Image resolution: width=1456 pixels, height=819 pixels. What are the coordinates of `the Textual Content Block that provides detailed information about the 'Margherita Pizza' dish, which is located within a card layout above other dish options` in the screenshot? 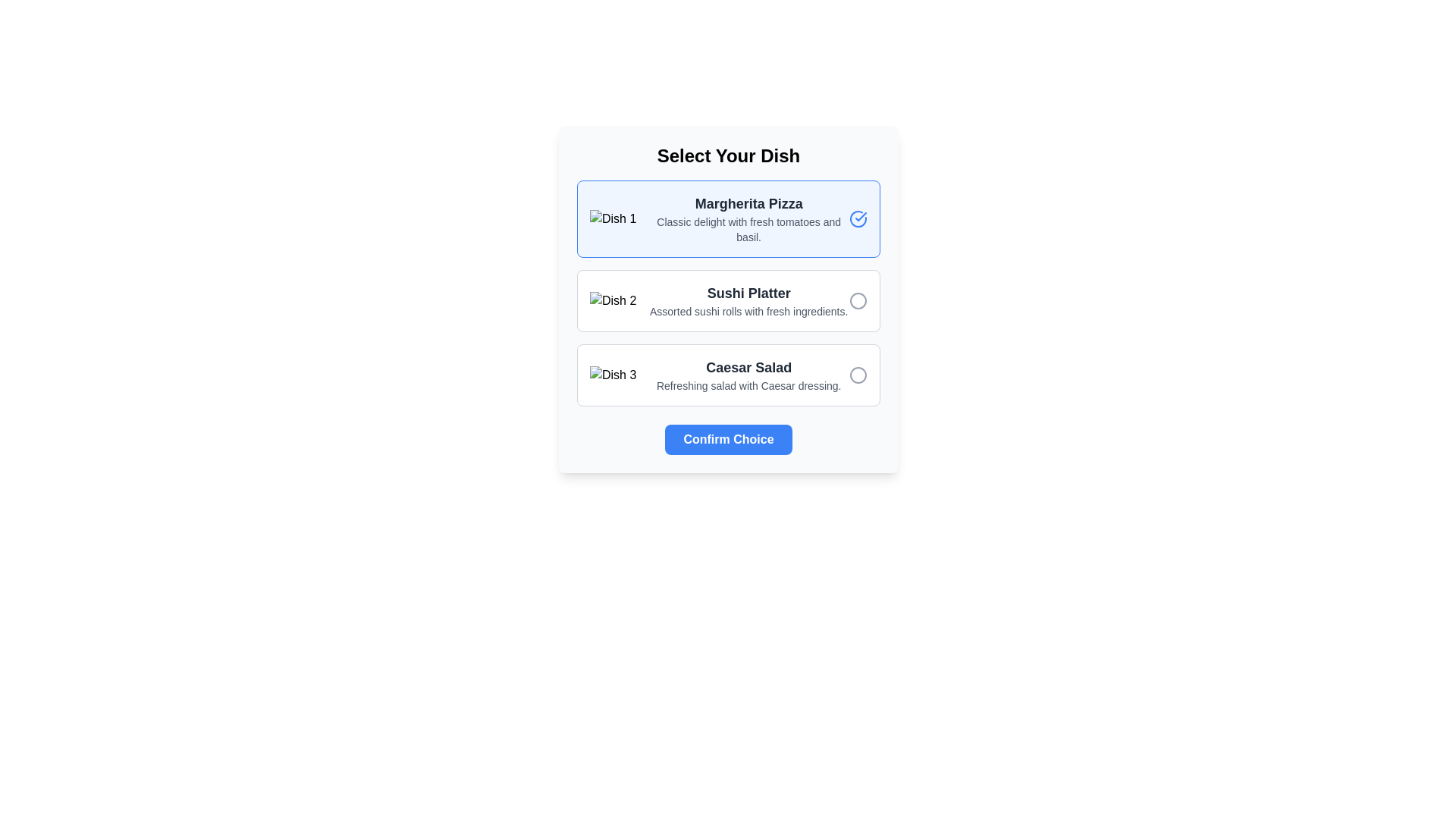 It's located at (748, 219).